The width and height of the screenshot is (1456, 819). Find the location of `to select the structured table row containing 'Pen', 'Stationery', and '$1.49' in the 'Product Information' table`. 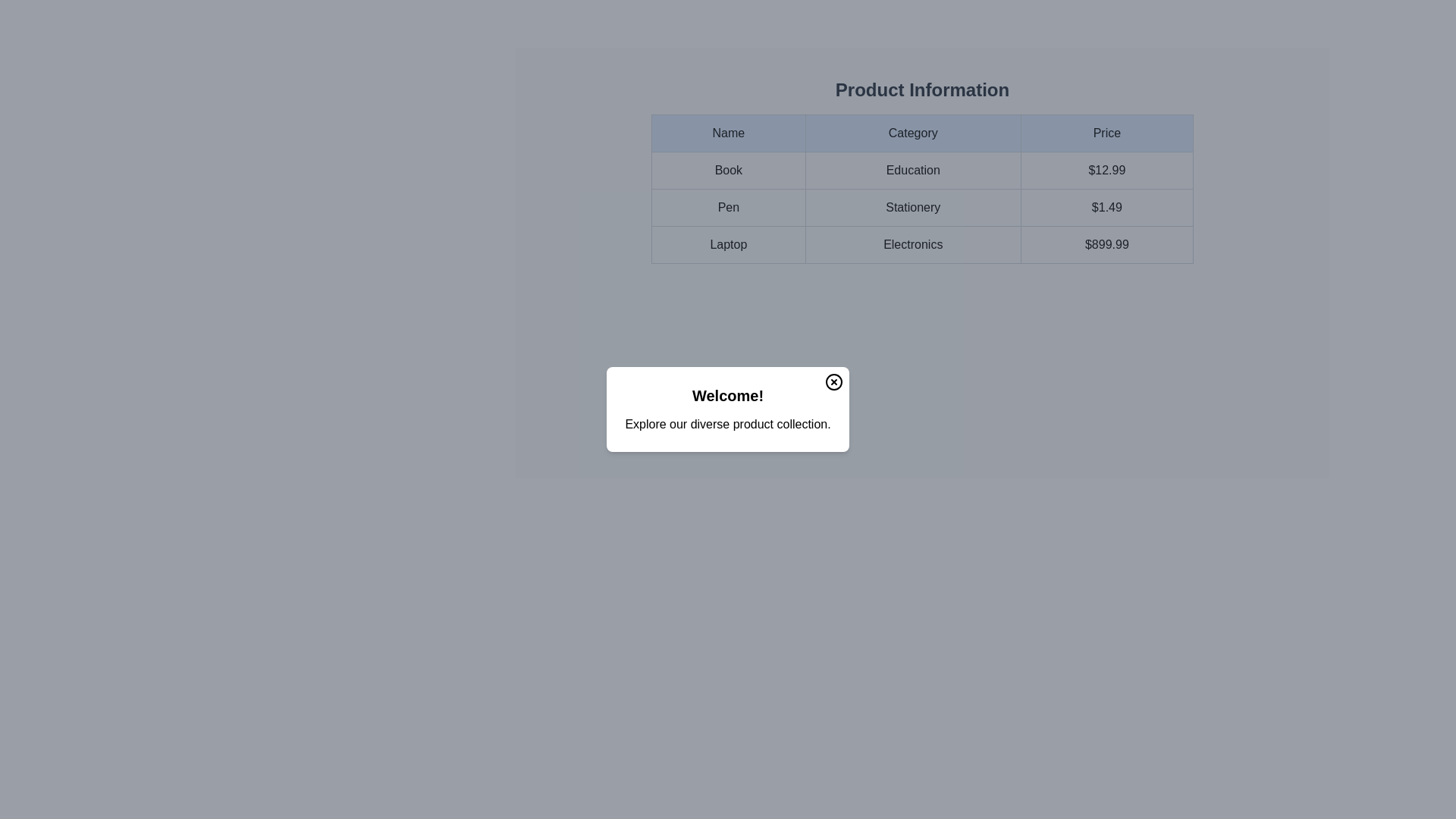

to select the structured table row containing 'Pen', 'Stationery', and '$1.49' in the 'Product Information' table is located at coordinates (921, 207).